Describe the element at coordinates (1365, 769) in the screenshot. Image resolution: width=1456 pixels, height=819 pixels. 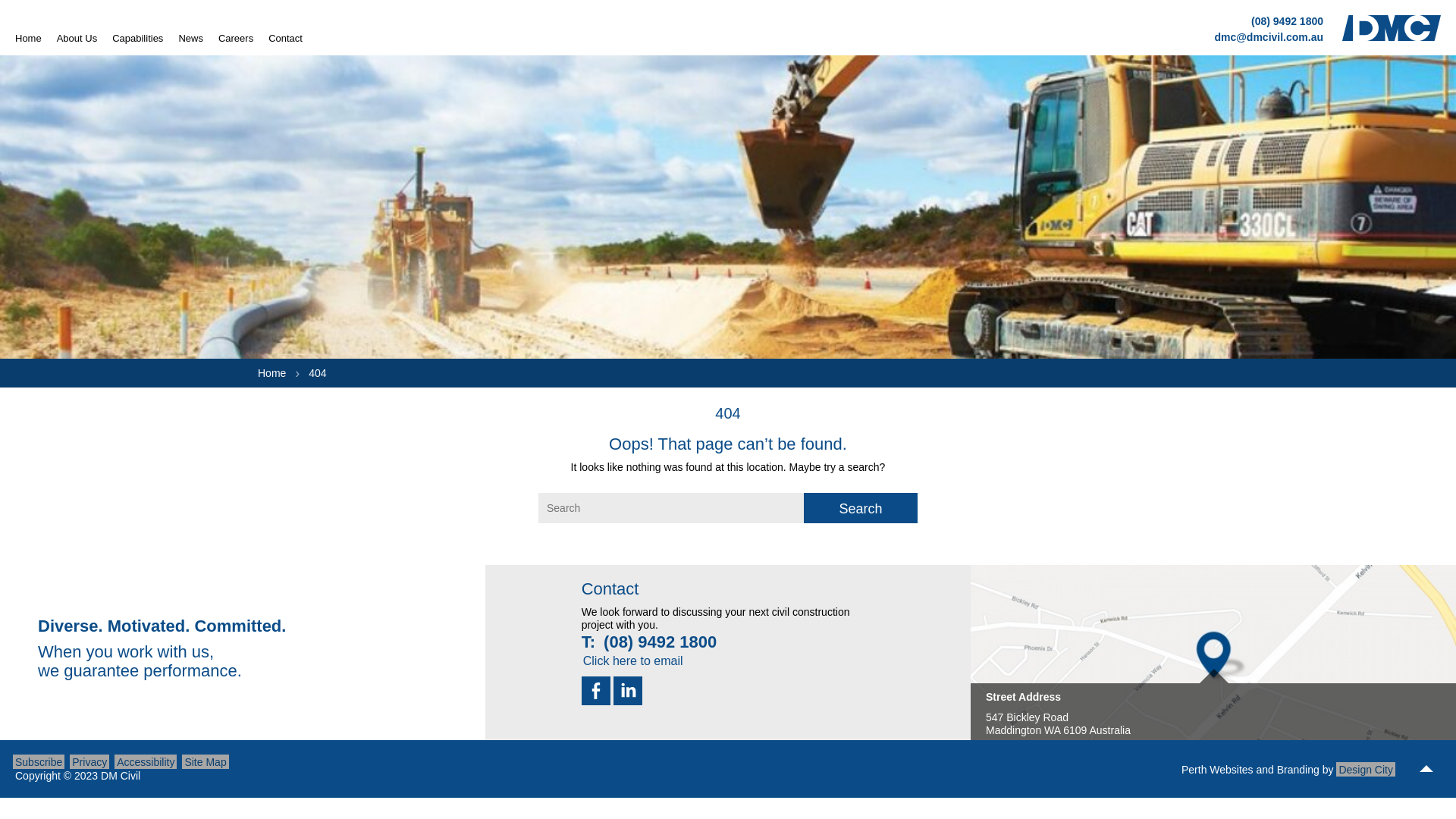
I see `'Design City'` at that location.